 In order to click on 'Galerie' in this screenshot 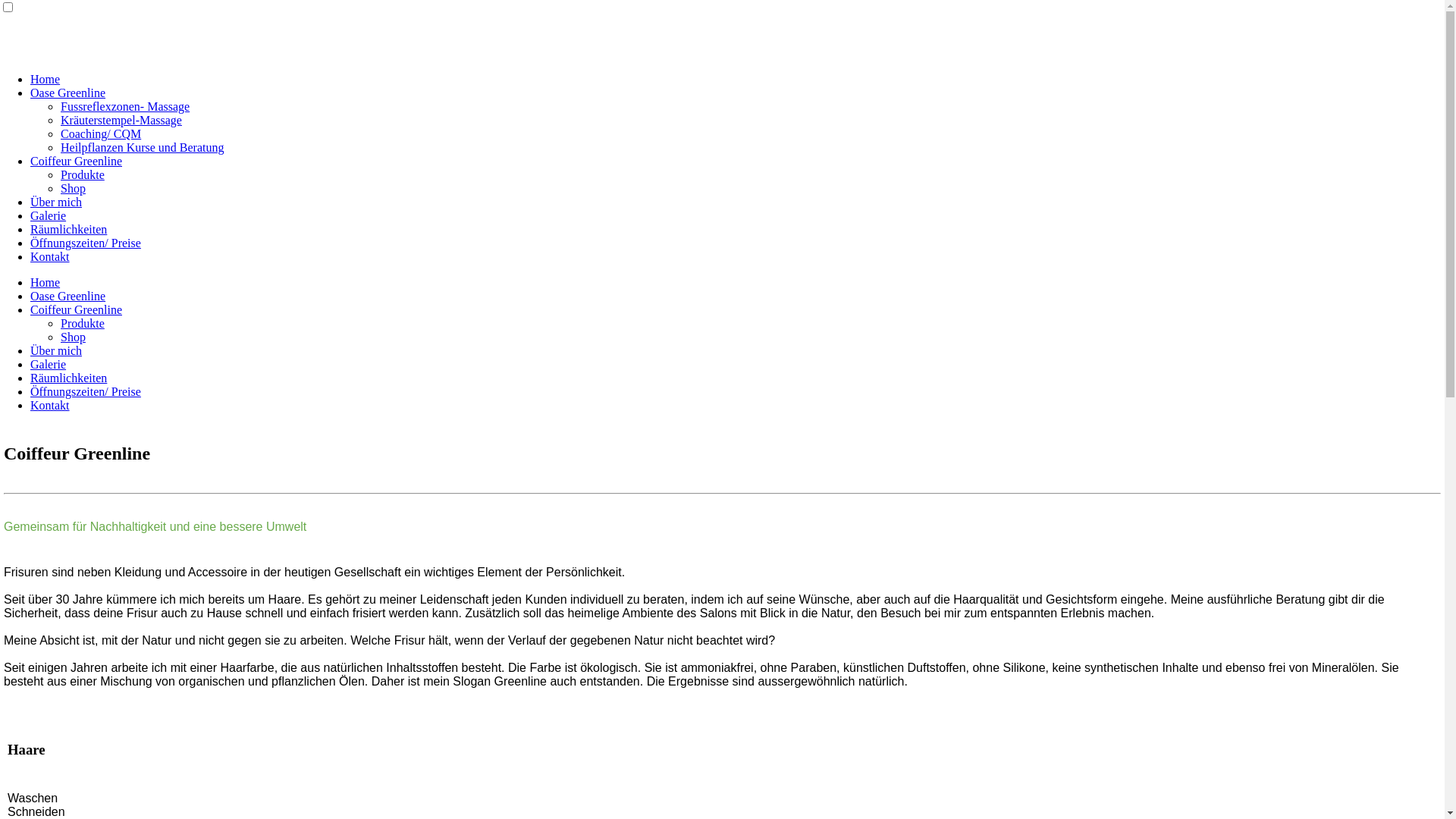, I will do `click(48, 364)`.